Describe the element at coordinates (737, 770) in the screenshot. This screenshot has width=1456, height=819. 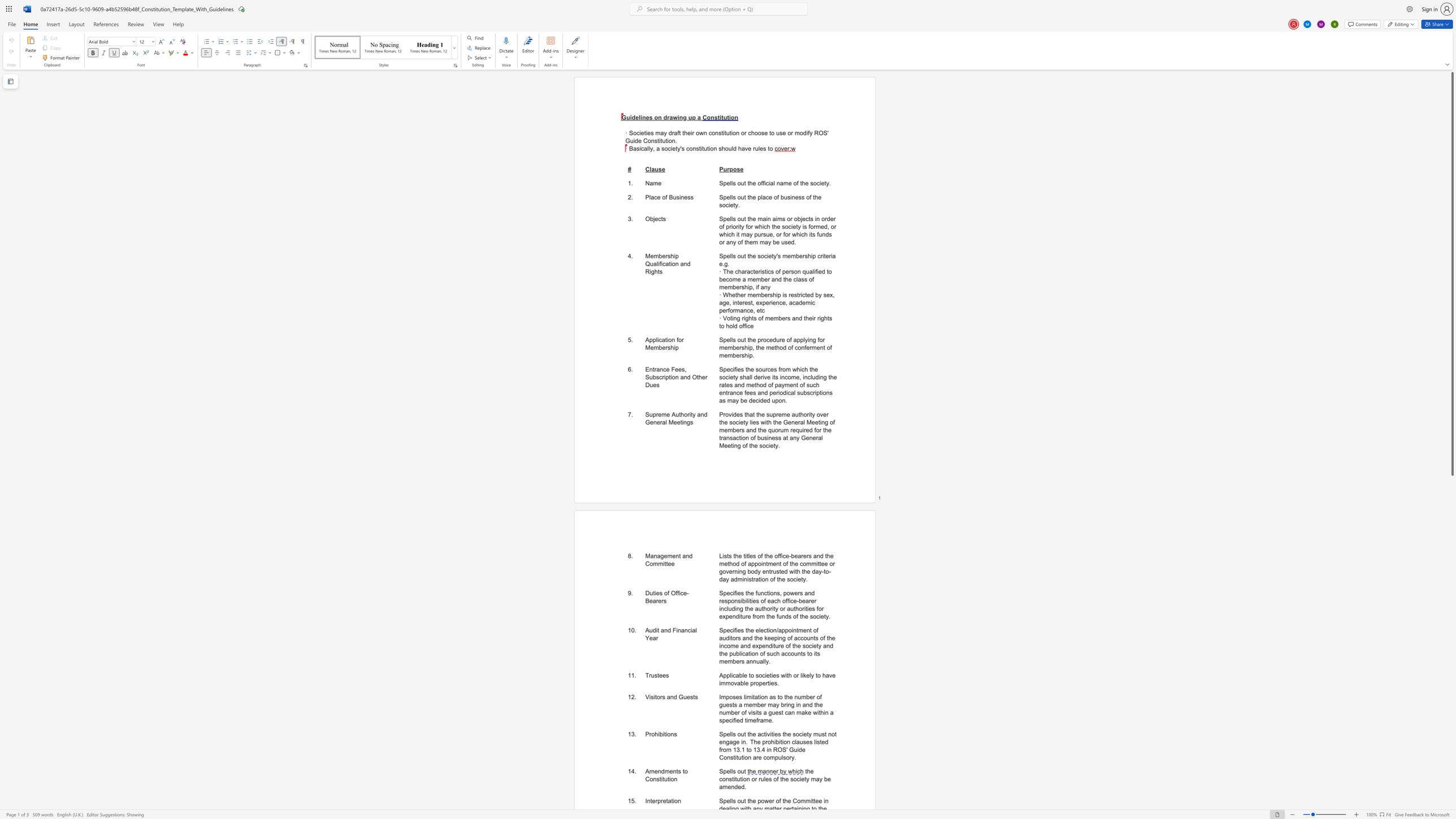
I see `the subset text "out" within the text "Spells out"` at that location.